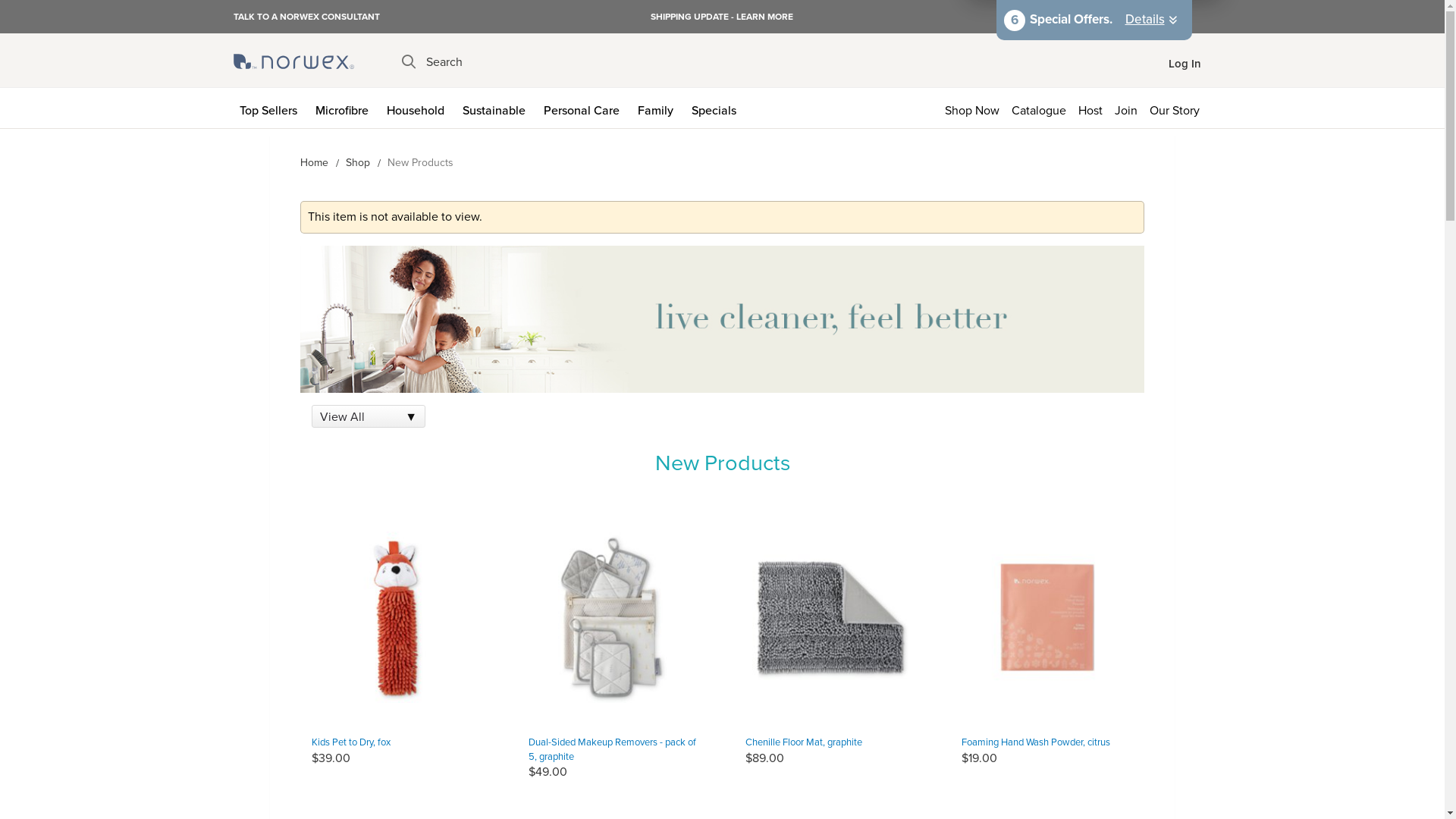 The width and height of the screenshot is (1456, 819). I want to click on 'Search', so click(431, 61).